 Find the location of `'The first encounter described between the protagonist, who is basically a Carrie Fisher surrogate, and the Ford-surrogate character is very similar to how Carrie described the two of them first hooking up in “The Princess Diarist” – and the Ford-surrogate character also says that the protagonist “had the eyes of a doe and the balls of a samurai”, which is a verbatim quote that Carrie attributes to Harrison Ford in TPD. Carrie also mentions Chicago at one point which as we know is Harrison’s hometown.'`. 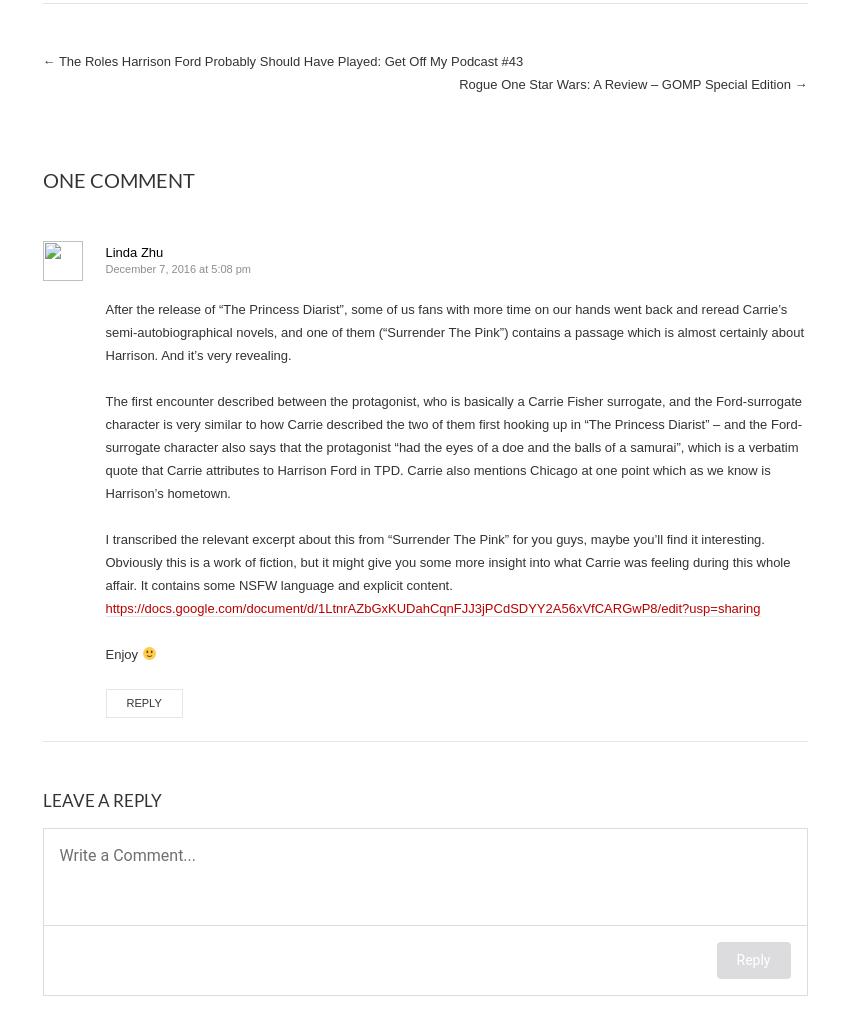

'The first encounter described between the protagonist, who is basically a Carrie Fisher surrogate, and the Ford-surrogate character is very similar to how Carrie described the two of them first hooking up in “The Princess Diarist” – and the Ford-surrogate character also says that the protagonist “had the eyes of a doe and the balls of a samurai”, which is a verbatim quote that Carrie attributes to Harrison Ford in TPD. Carrie also mentions Chicago at one point which as we know is Harrison’s hometown.' is located at coordinates (452, 445).